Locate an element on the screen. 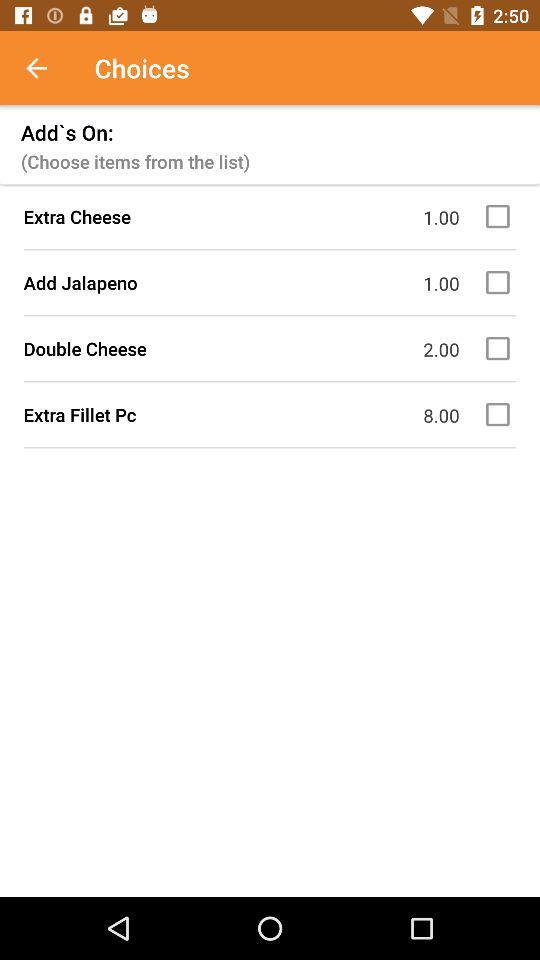  the item above the add`s on: icon is located at coordinates (47, 68).